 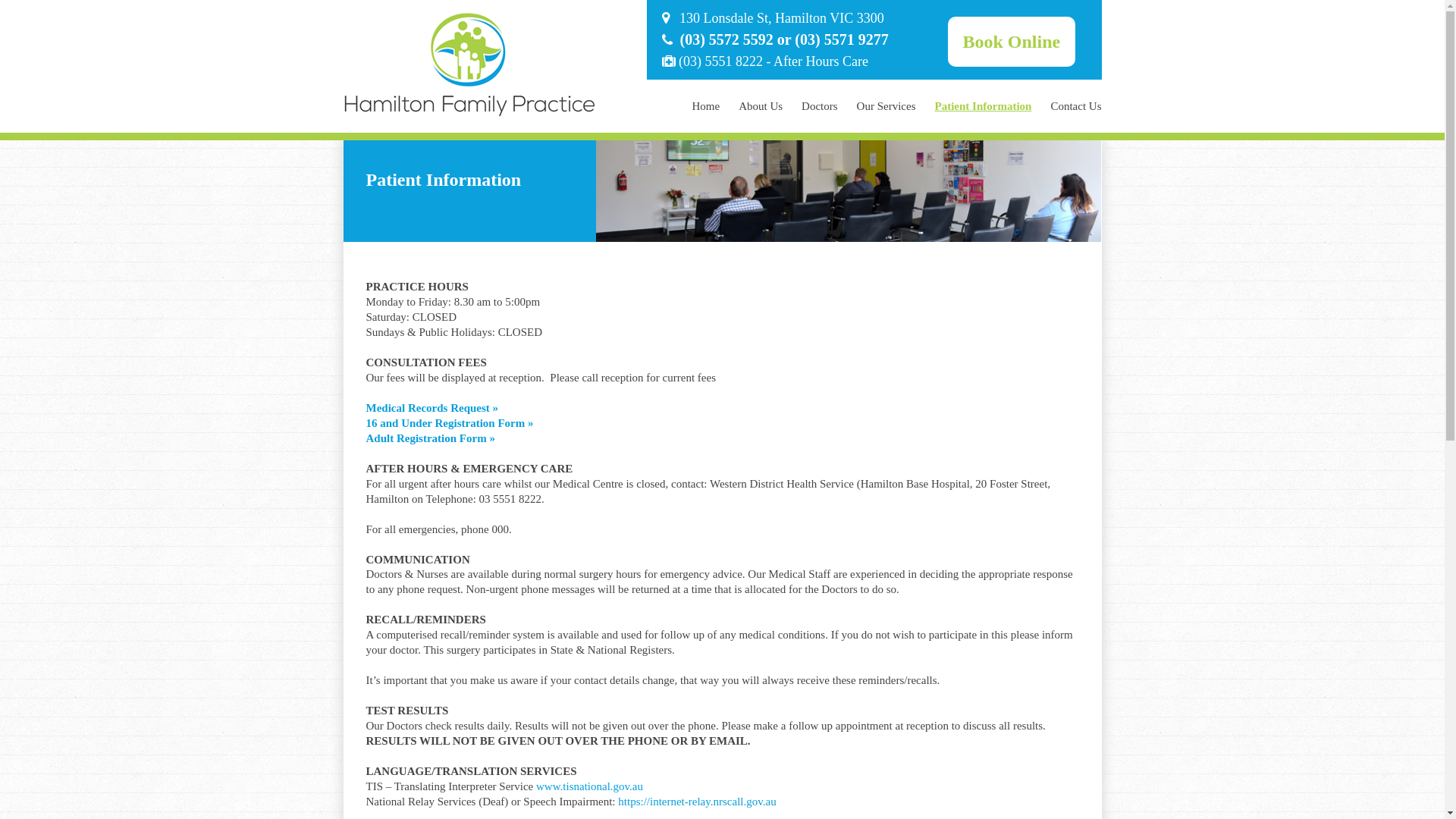 What do you see at coordinates (1075, 105) in the screenshot?
I see `'Contact Us'` at bounding box center [1075, 105].